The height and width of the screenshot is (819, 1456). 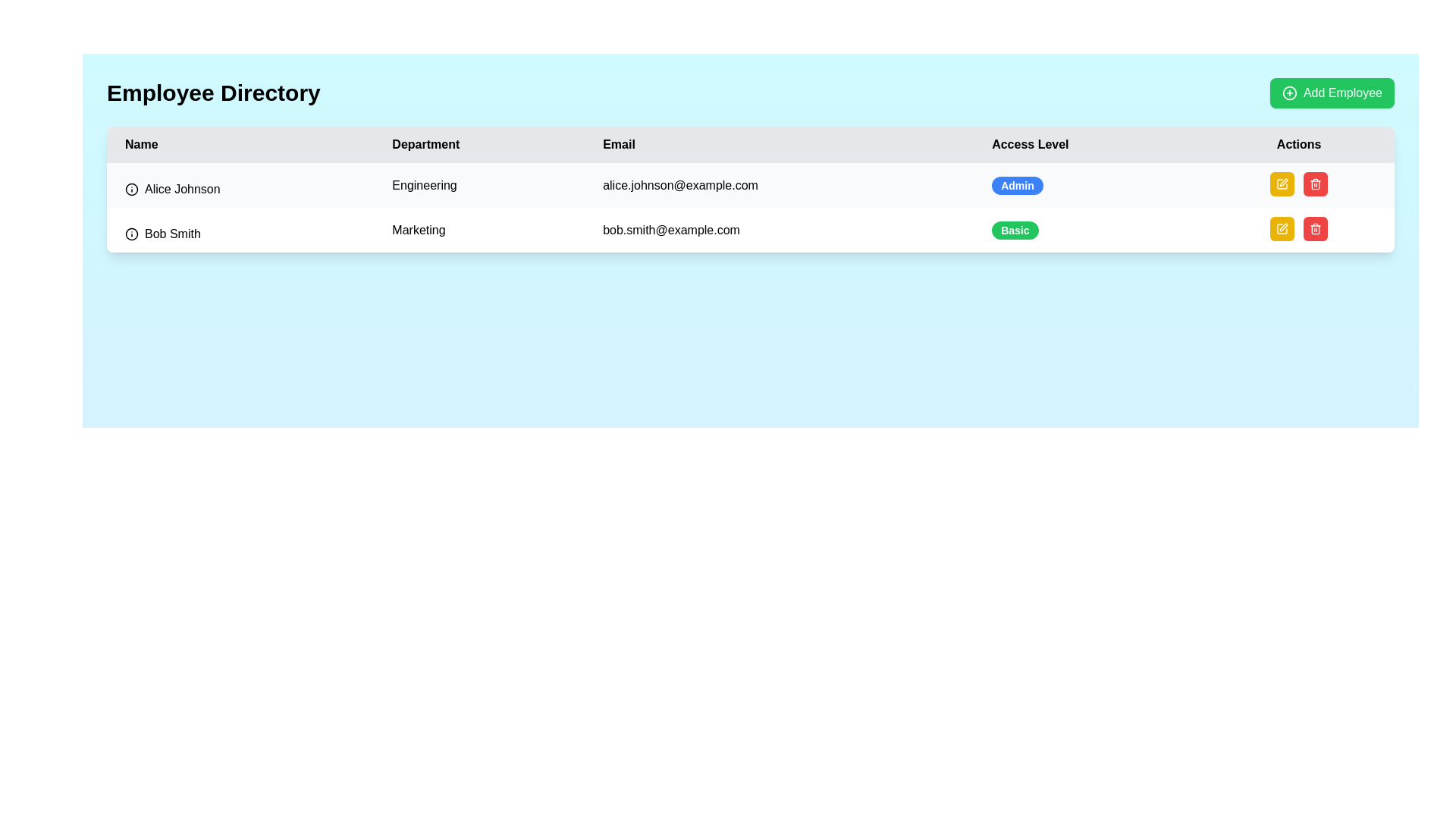 I want to click on the 'Admin' badge in the 'Access Level' column for the first row under 'Alice Johnson', so click(x=1017, y=184).